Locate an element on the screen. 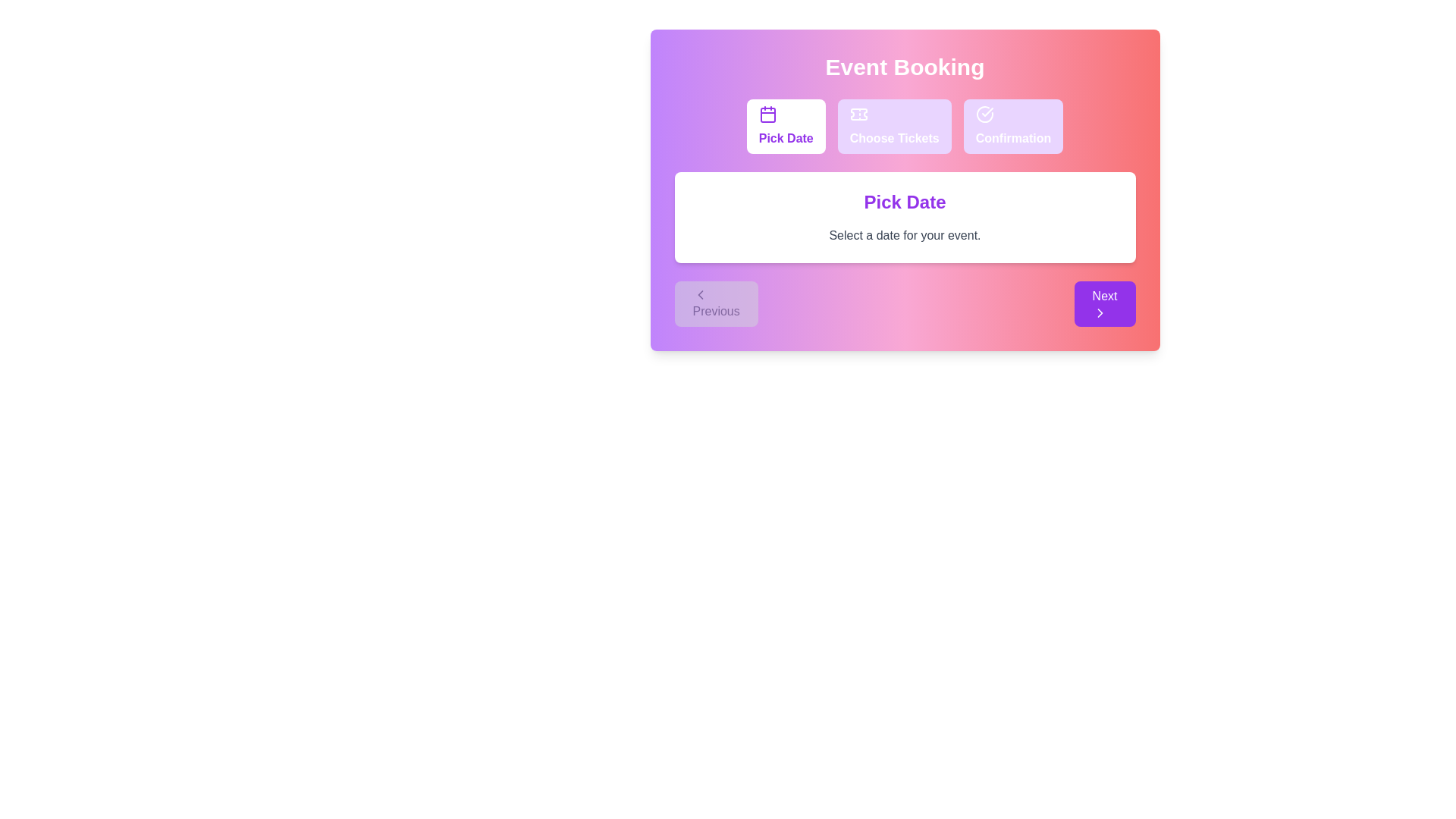 The image size is (1456, 819). the 'Next' button icon located at the bottom-right corner of the colored interface box is located at coordinates (1100, 312).